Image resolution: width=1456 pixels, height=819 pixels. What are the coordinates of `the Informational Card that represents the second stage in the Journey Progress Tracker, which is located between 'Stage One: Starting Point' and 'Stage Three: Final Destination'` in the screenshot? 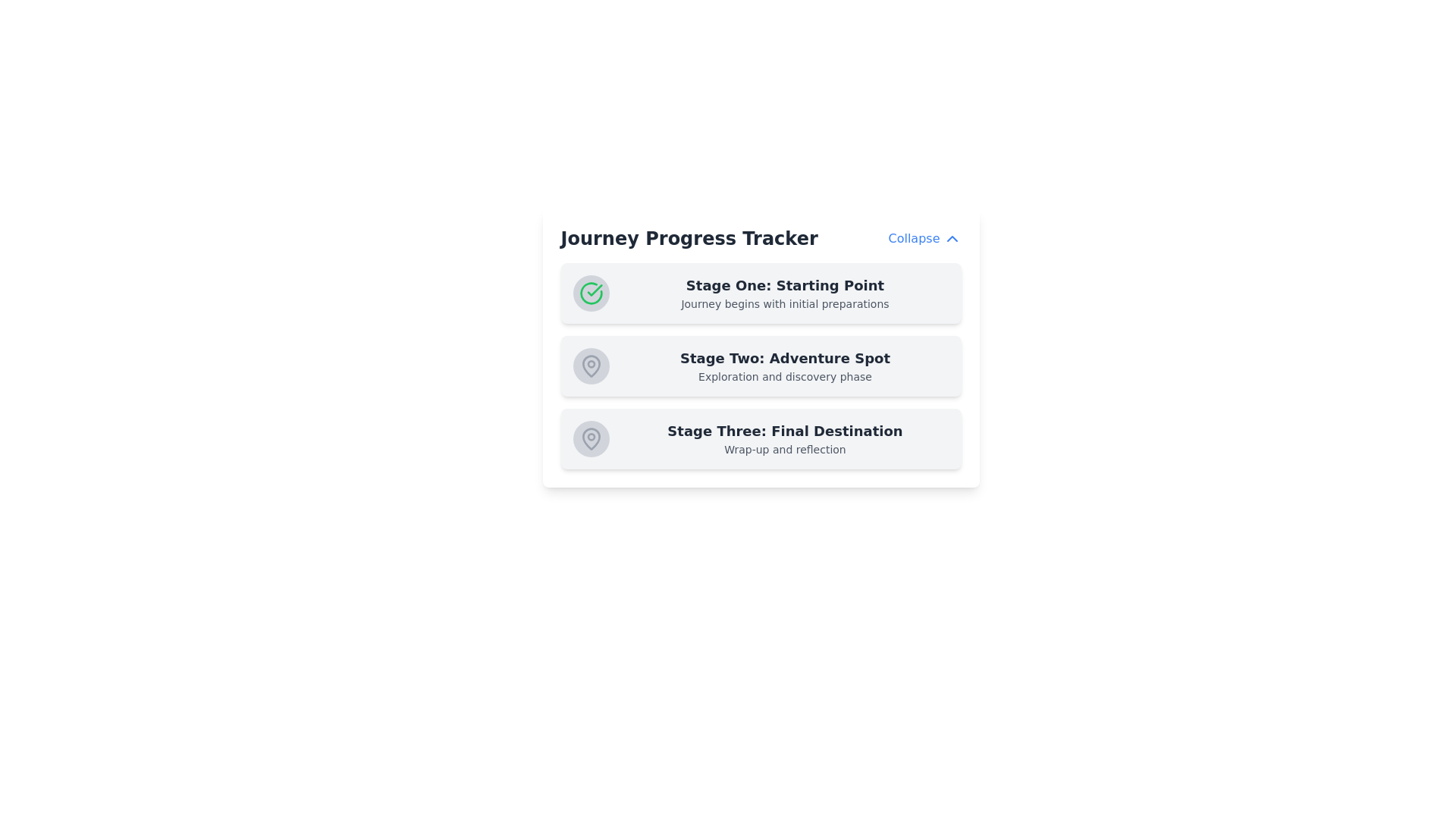 It's located at (761, 348).